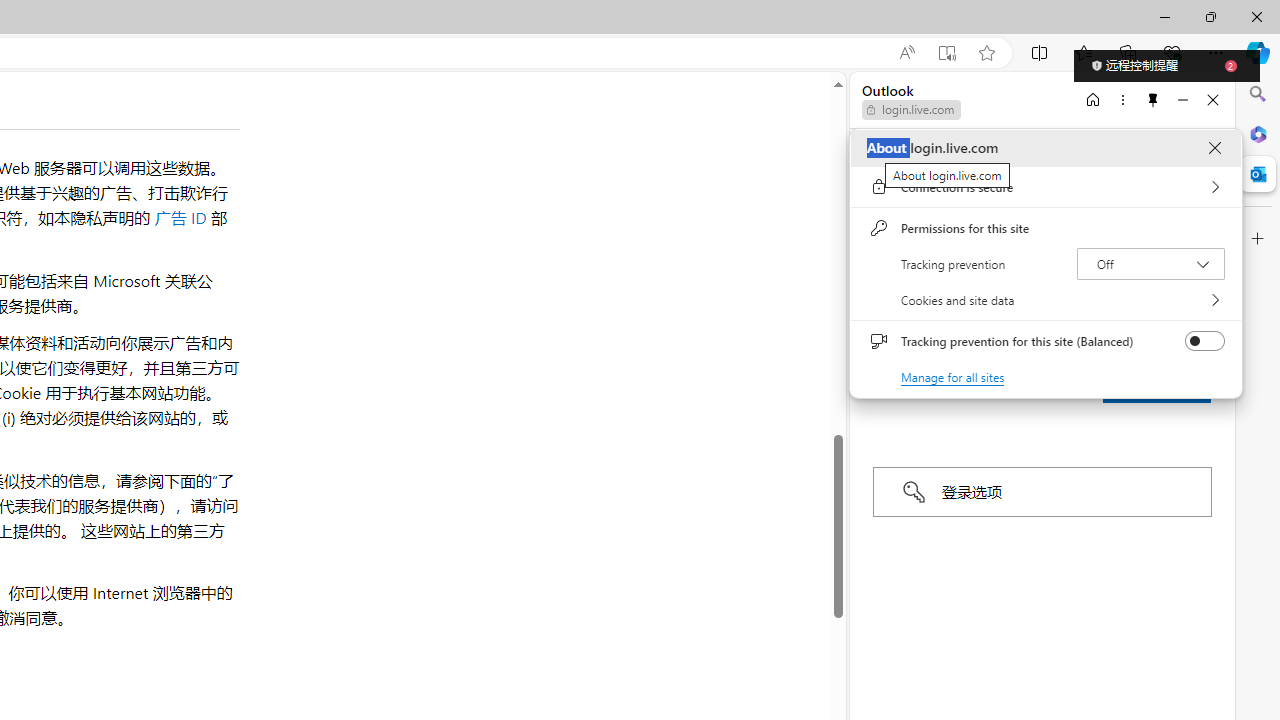  What do you see at coordinates (951, 377) in the screenshot?
I see `'Manage for all sites'` at bounding box center [951, 377].